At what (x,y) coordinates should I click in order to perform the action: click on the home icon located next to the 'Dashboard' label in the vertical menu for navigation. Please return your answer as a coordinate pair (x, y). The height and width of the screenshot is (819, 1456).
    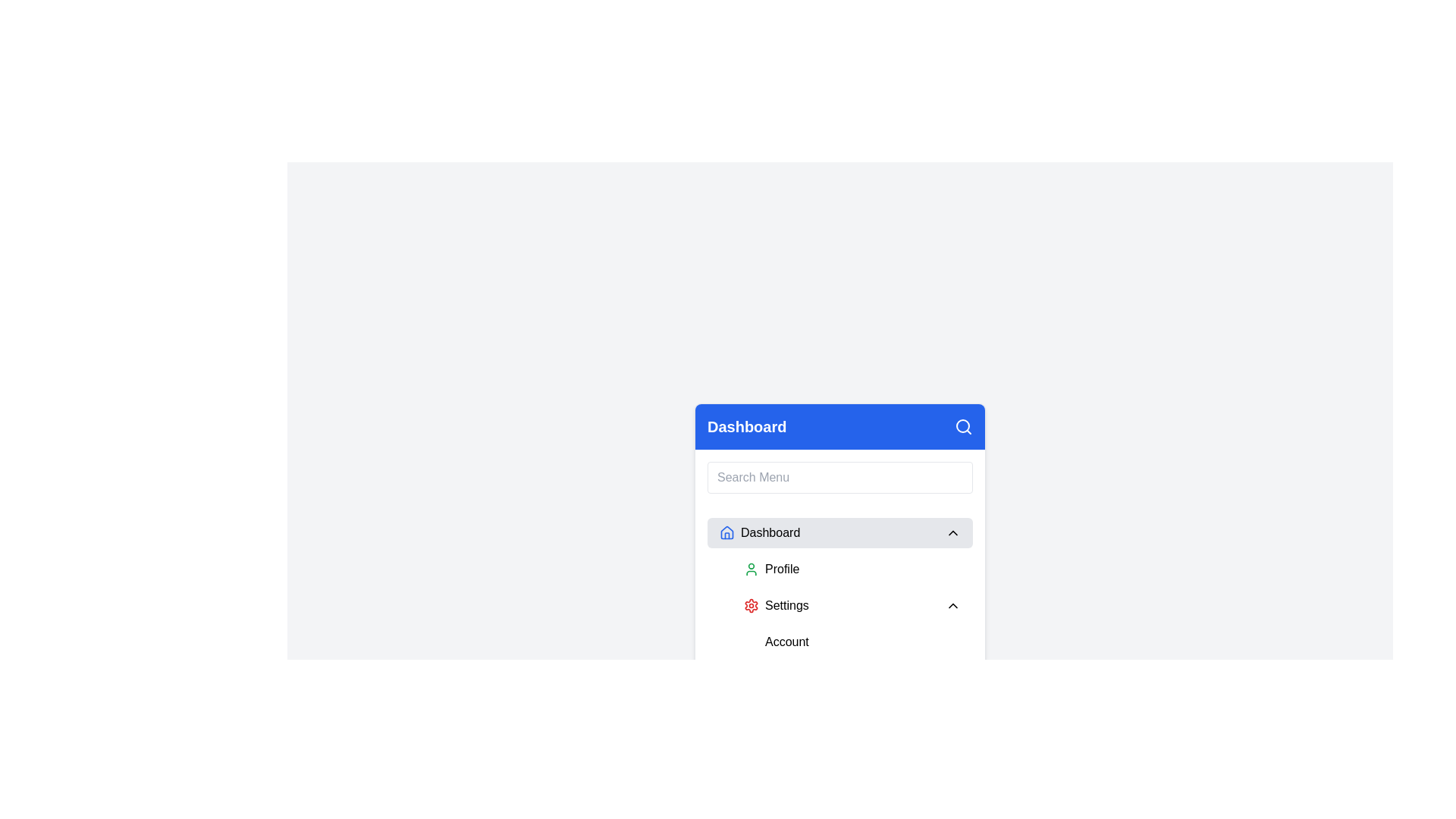
    Looking at the image, I should click on (726, 532).